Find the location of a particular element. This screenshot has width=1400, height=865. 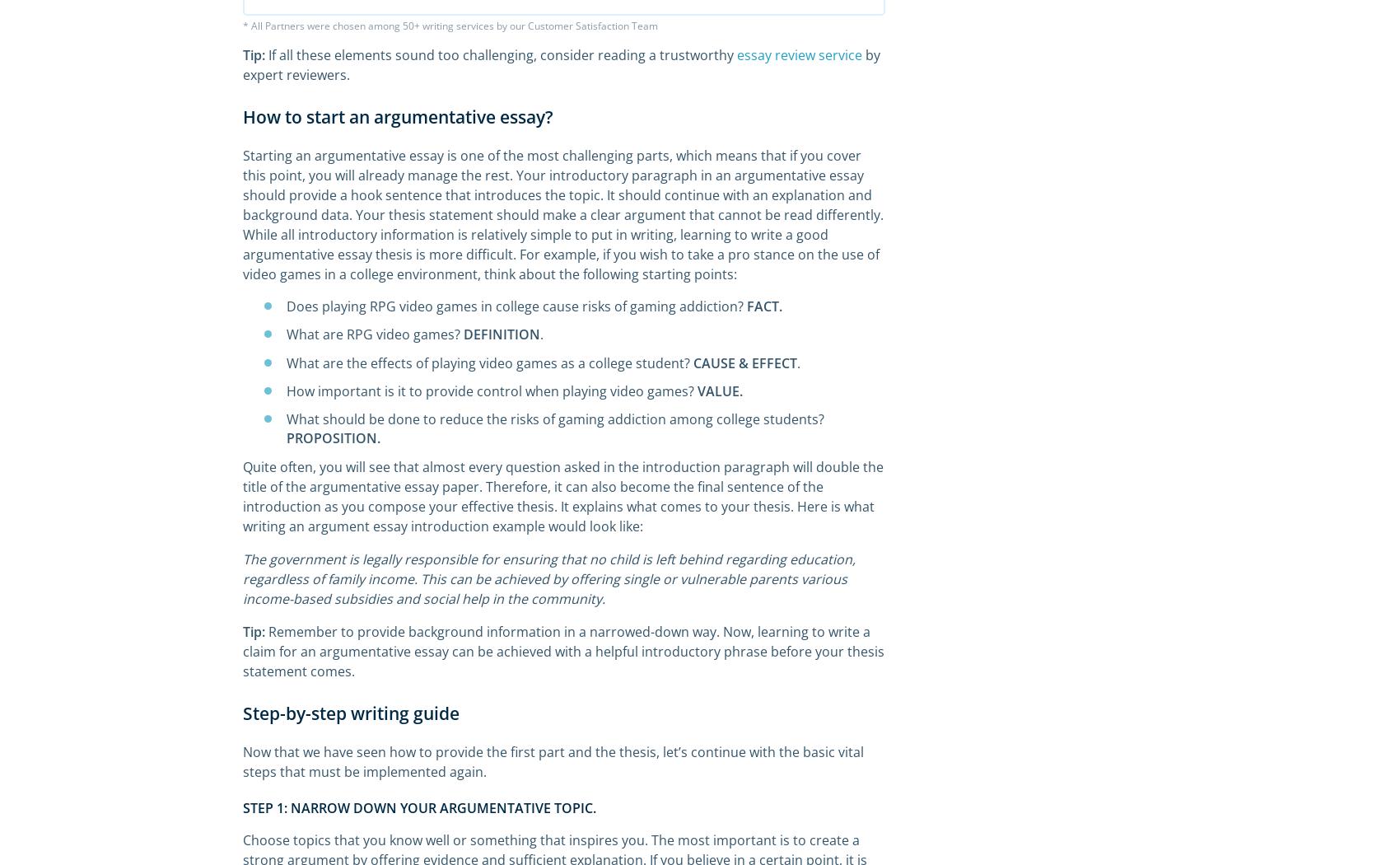

'Now that we have seen how to provide the first part and the thesis, let’s continue with the basic vital steps that must be implemented again.' is located at coordinates (242, 762).